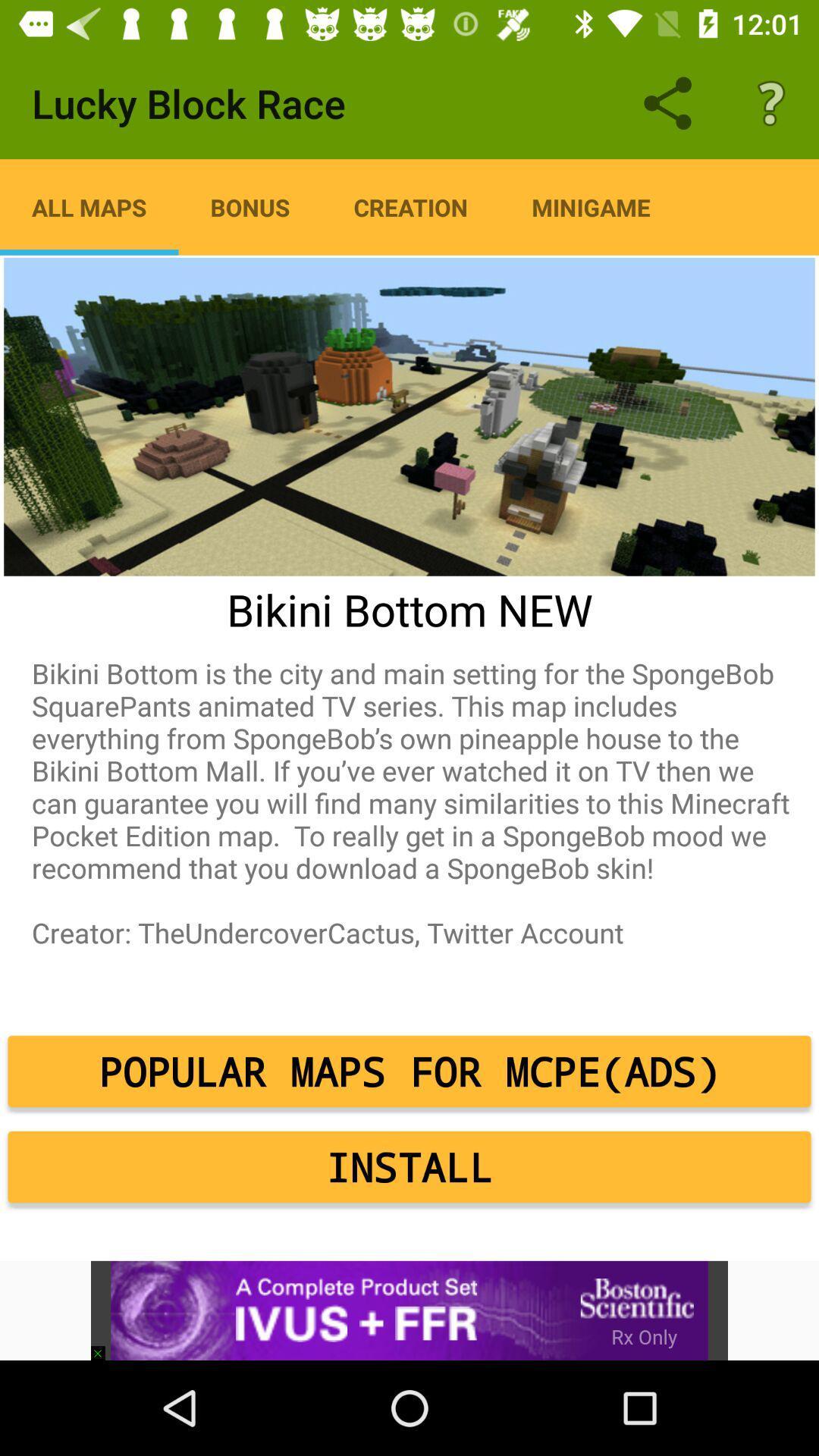  Describe the element at coordinates (409, 1166) in the screenshot. I see `the install` at that location.